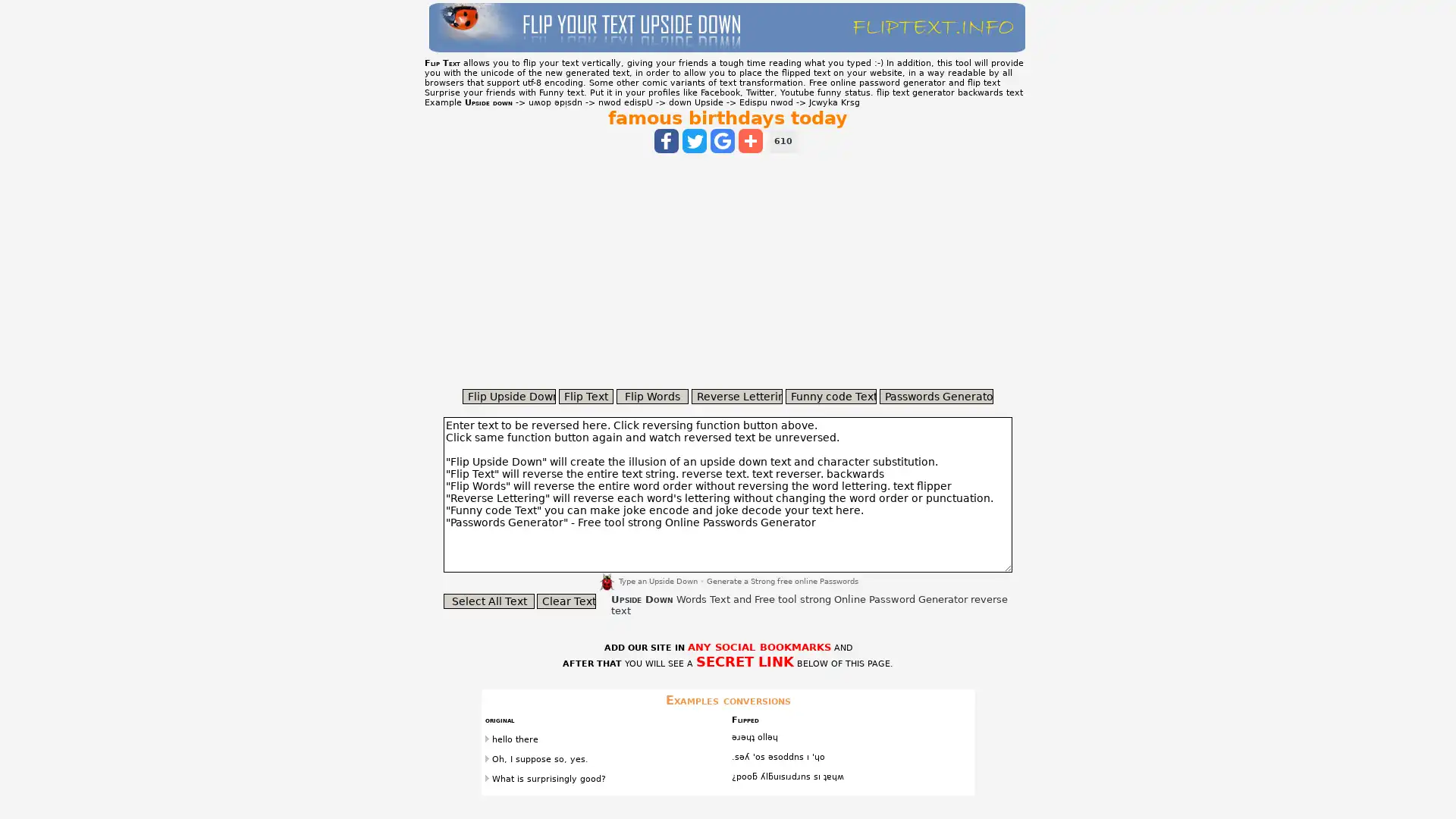 This screenshot has width=1456, height=819. What do you see at coordinates (750, 140) in the screenshot?
I see `Share to More` at bounding box center [750, 140].